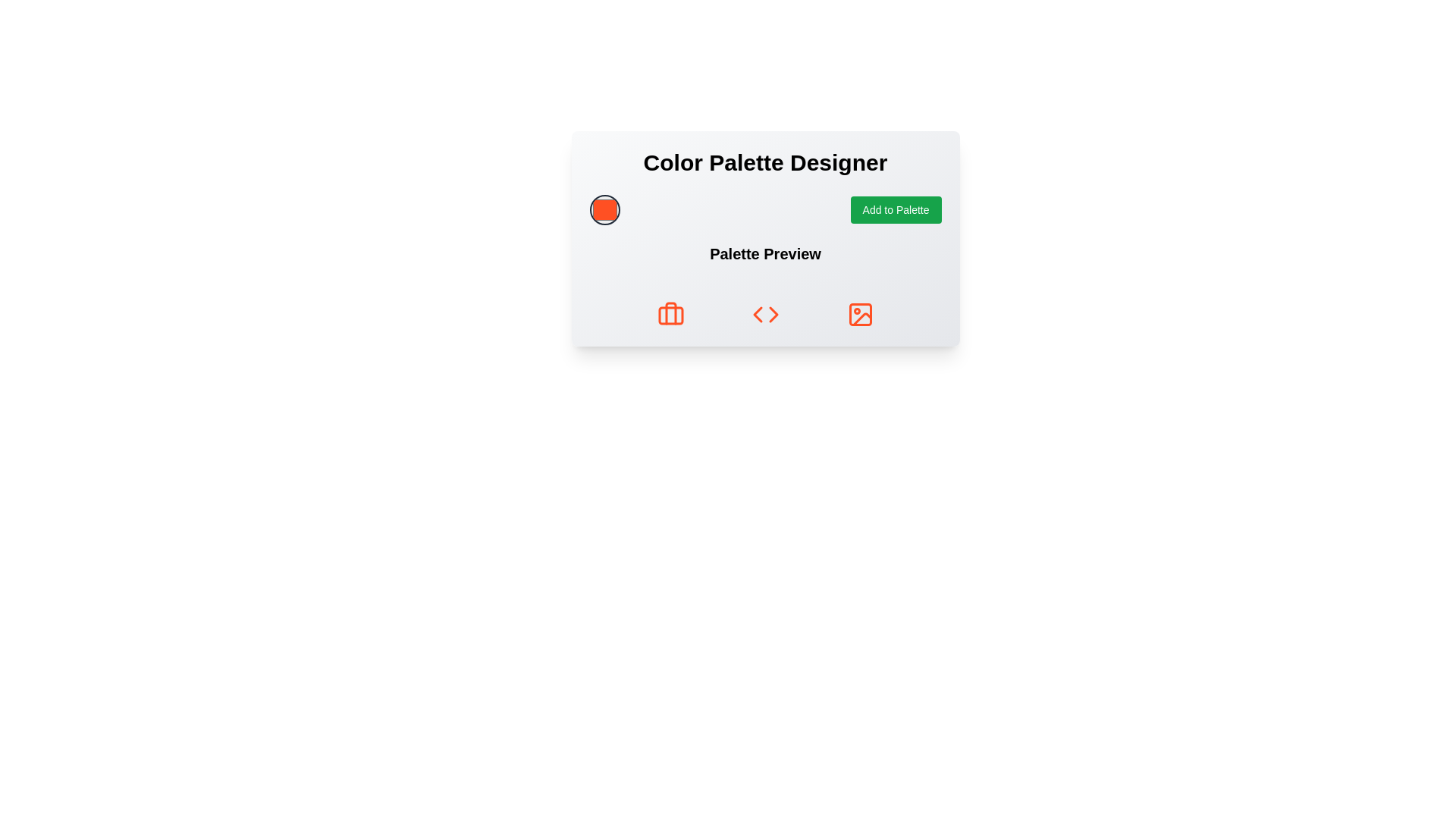  I want to click on the first button with a briefcase icon located below the 'Palette Preview' text, so click(670, 314).